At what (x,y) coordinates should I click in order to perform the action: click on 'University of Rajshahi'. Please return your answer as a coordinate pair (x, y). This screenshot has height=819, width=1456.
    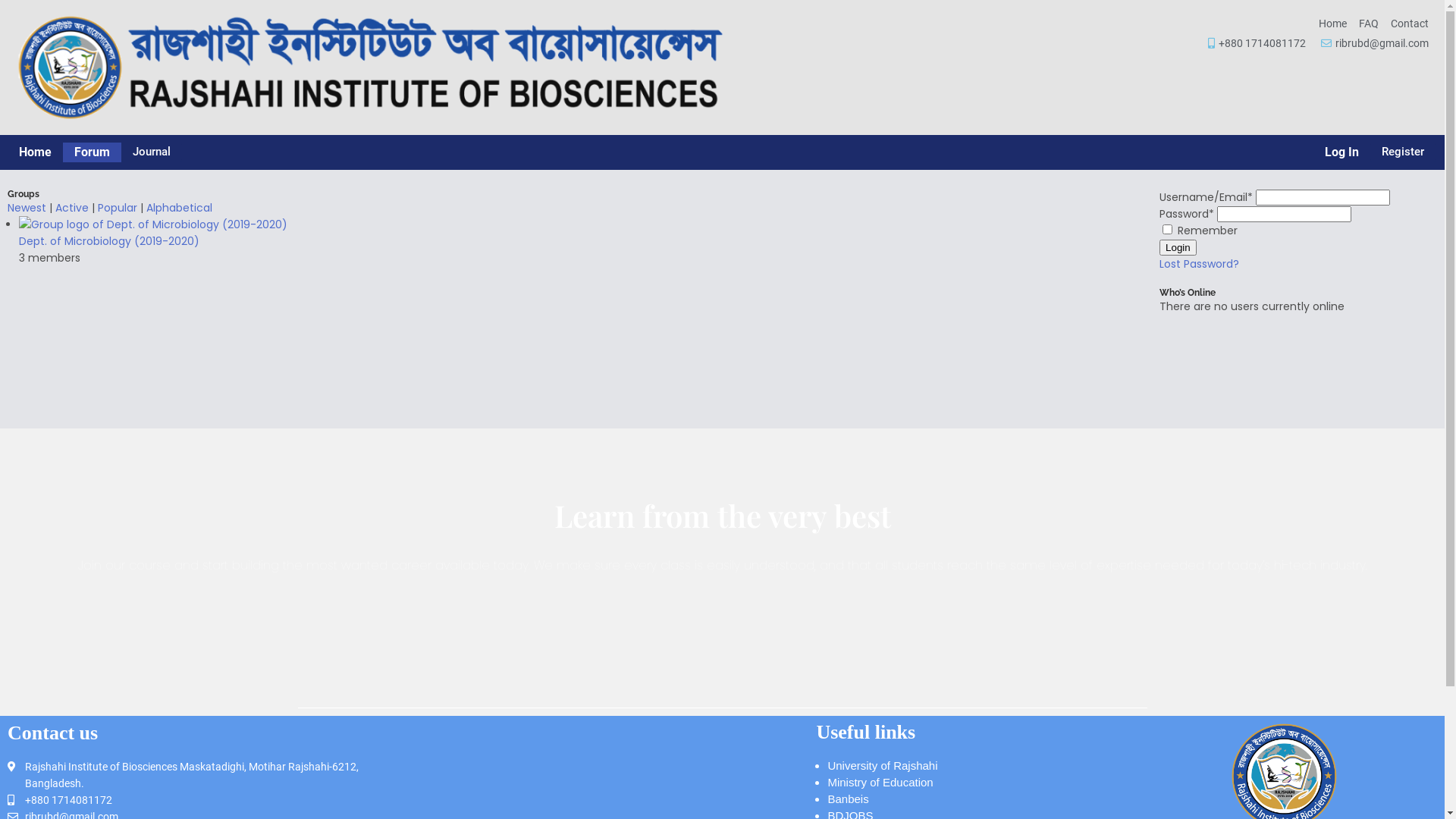
    Looking at the image, I should click on (882, 765).